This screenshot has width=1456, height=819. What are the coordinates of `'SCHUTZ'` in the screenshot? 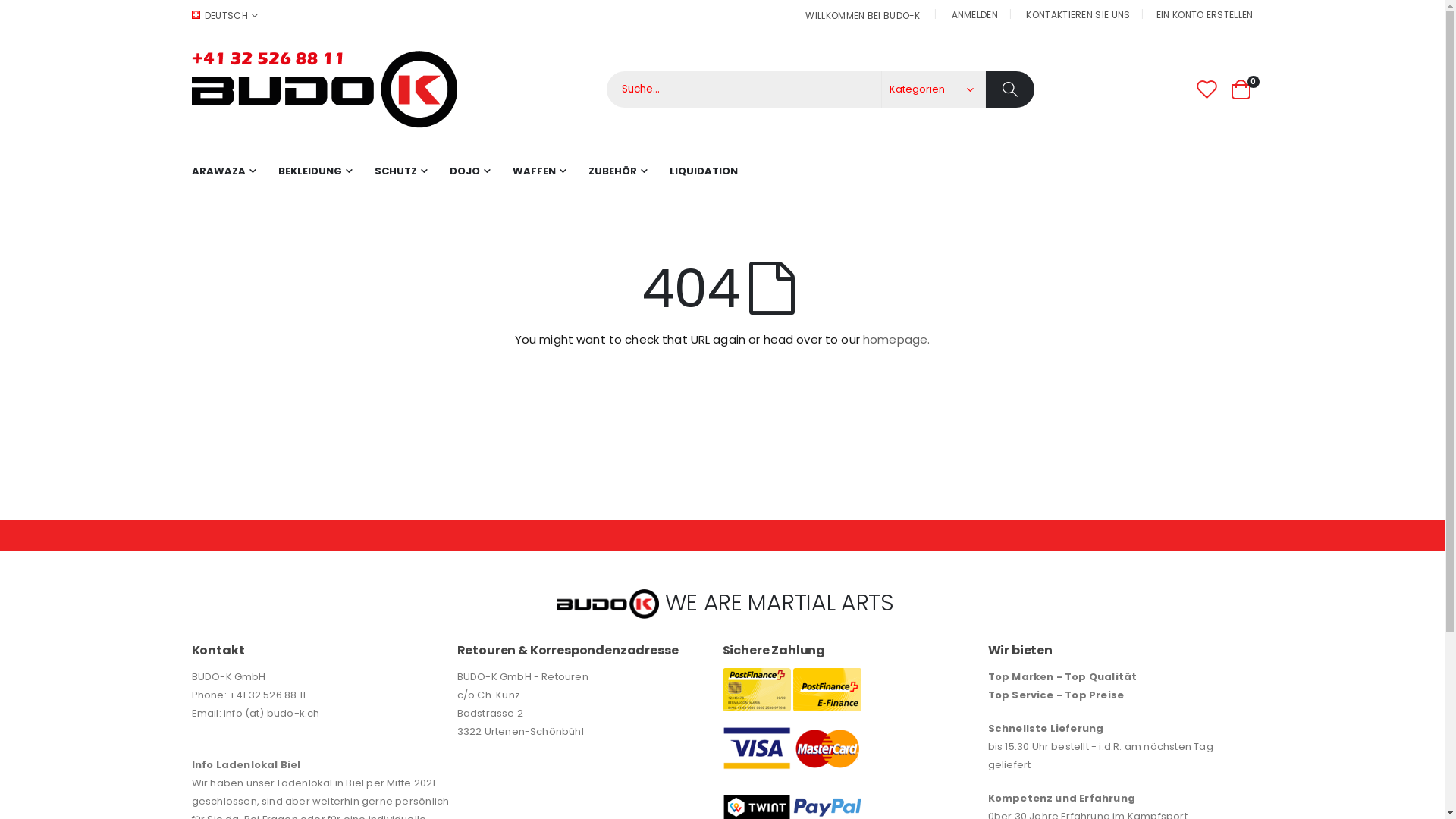 It's located at (400, 171).